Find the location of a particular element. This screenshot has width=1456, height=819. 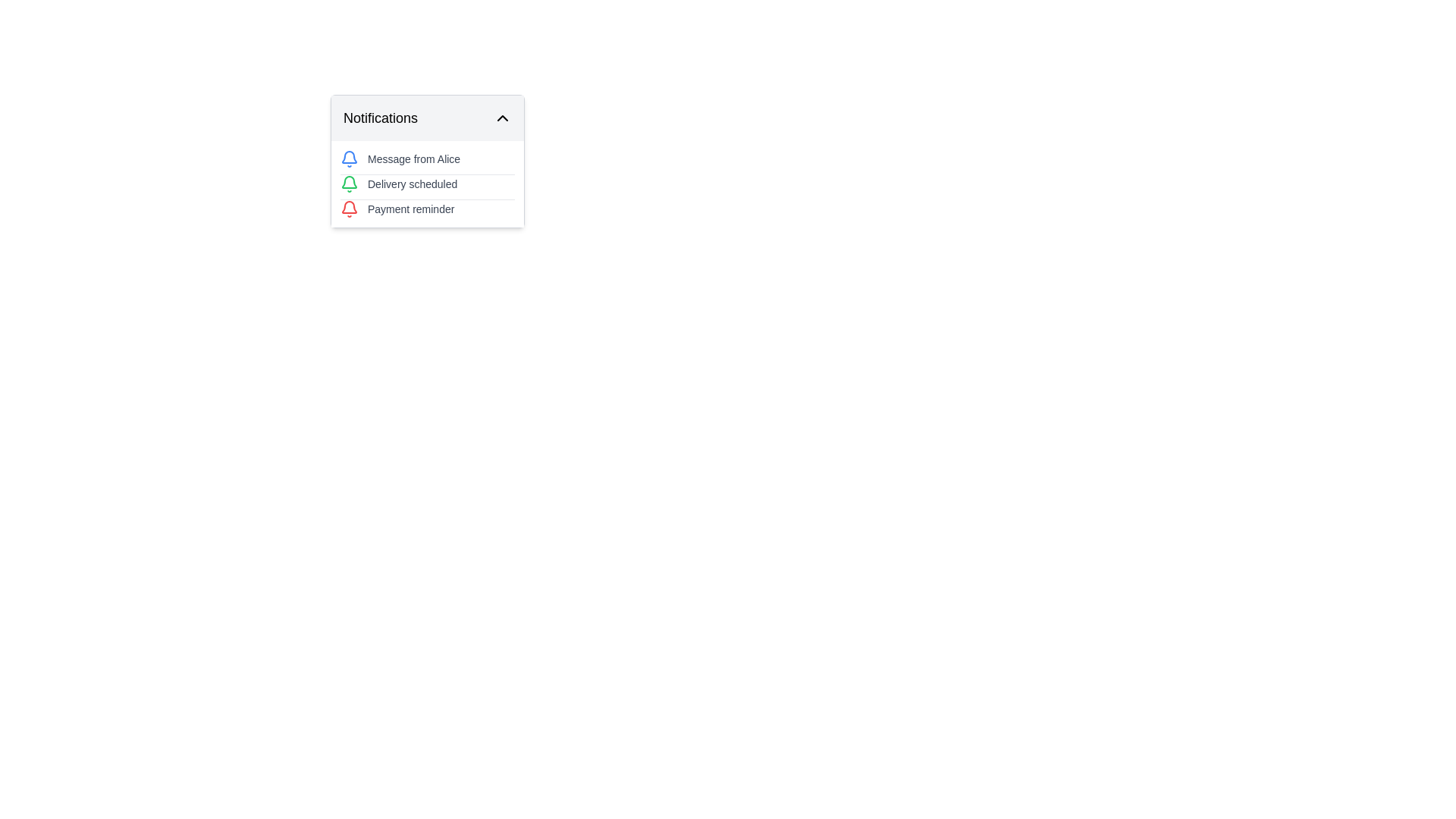

the design or state of the notification icon for 'Message from Alice', located as the first item in the Notifications section is located at coordinates (348, 158).